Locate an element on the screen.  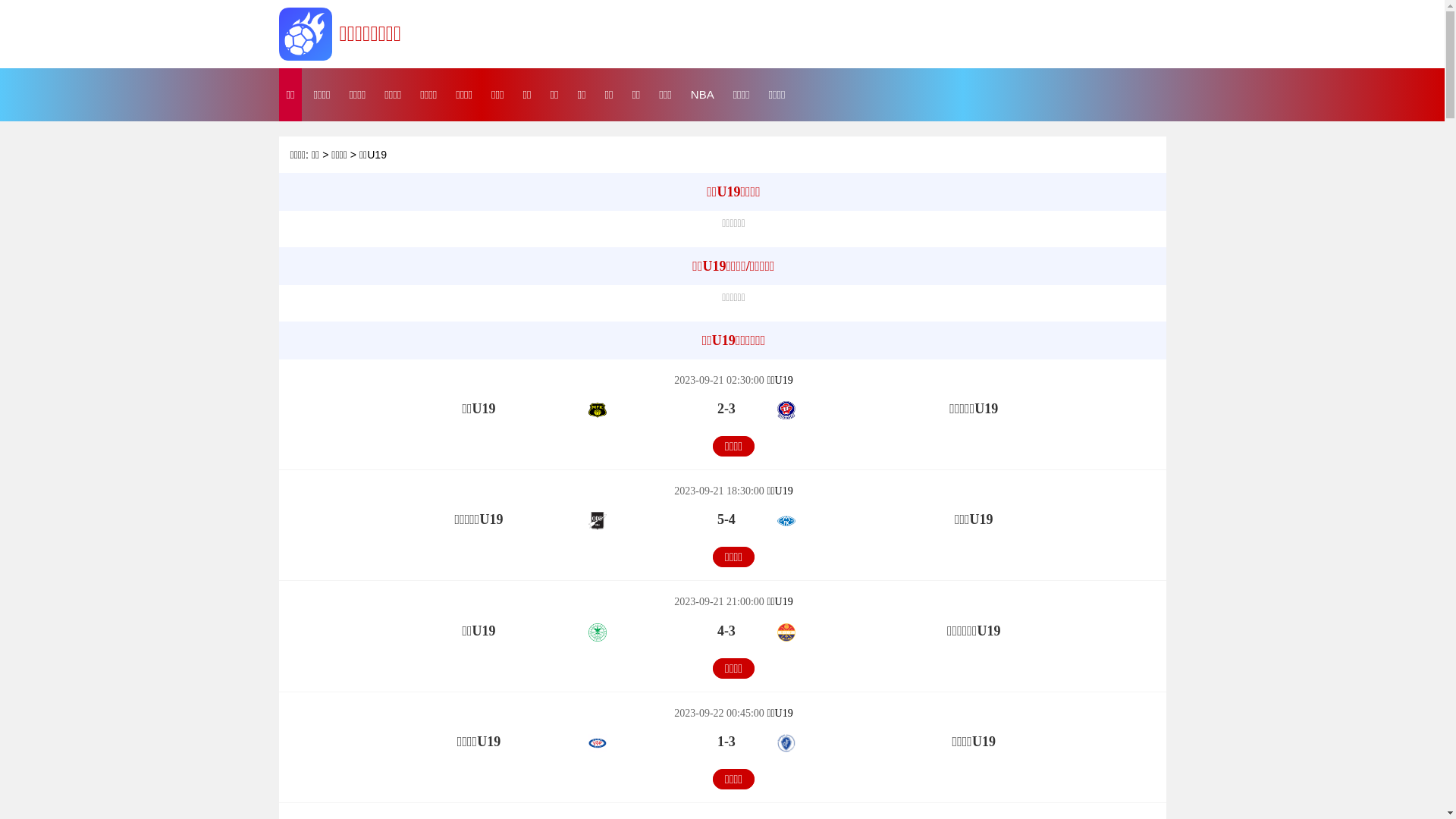
'NBA' is located at coordinates (701, 94).